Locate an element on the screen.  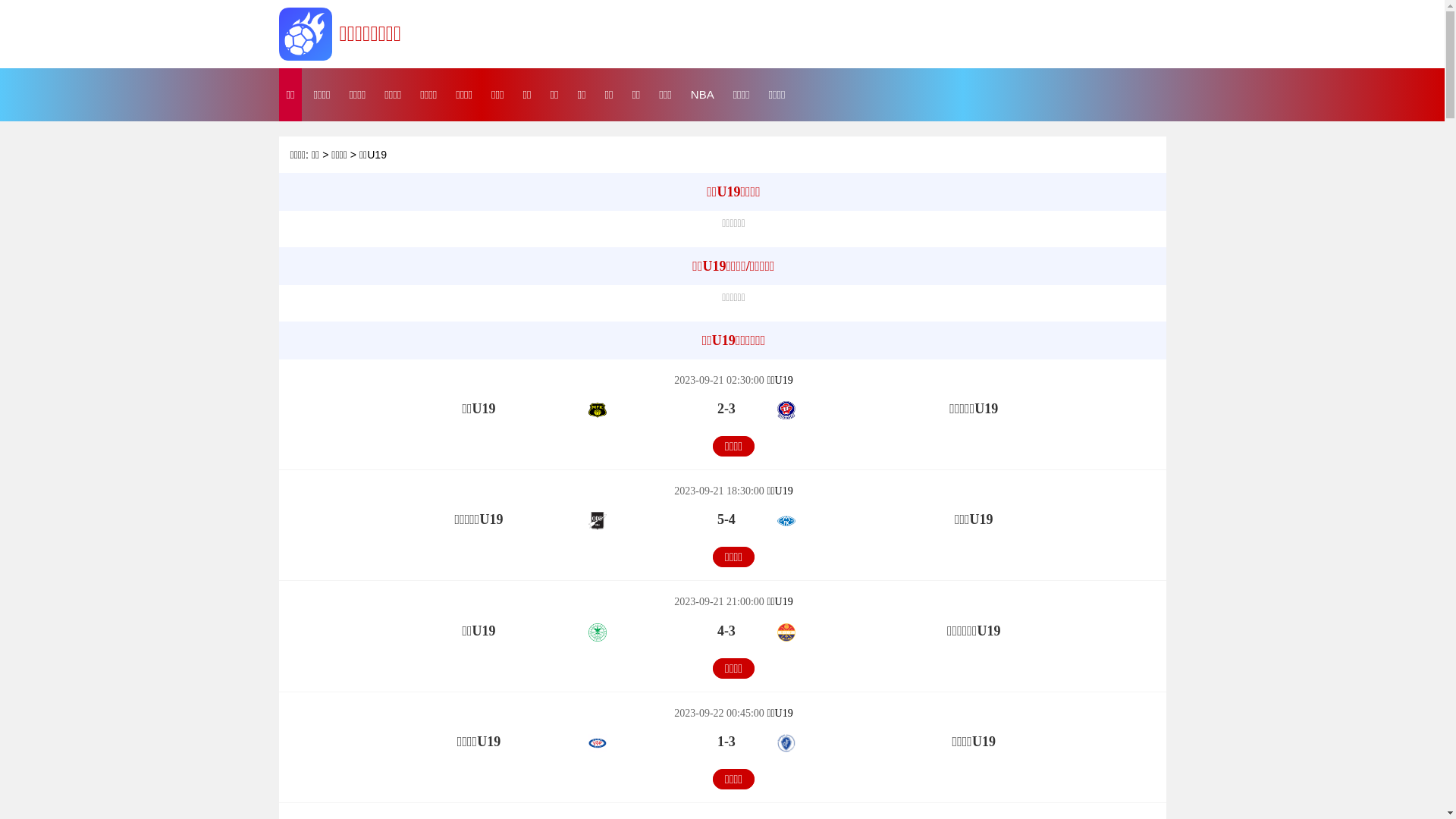
'NBA' is located at coordinates (701, 94).